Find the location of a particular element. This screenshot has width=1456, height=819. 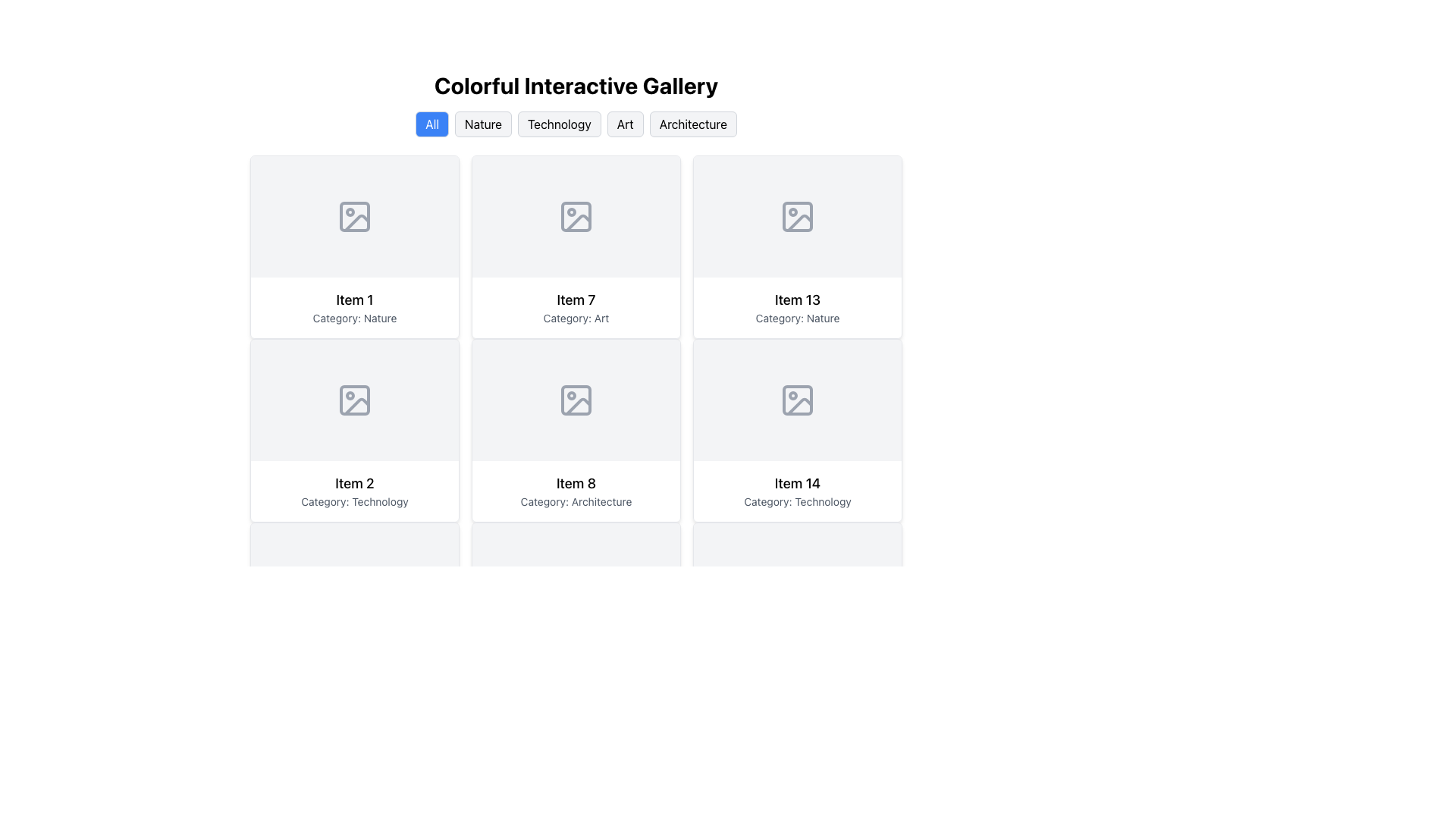

the card UI component representing 'Item 2' in the Technology category to interact with it is located at coordinates (353, 430).